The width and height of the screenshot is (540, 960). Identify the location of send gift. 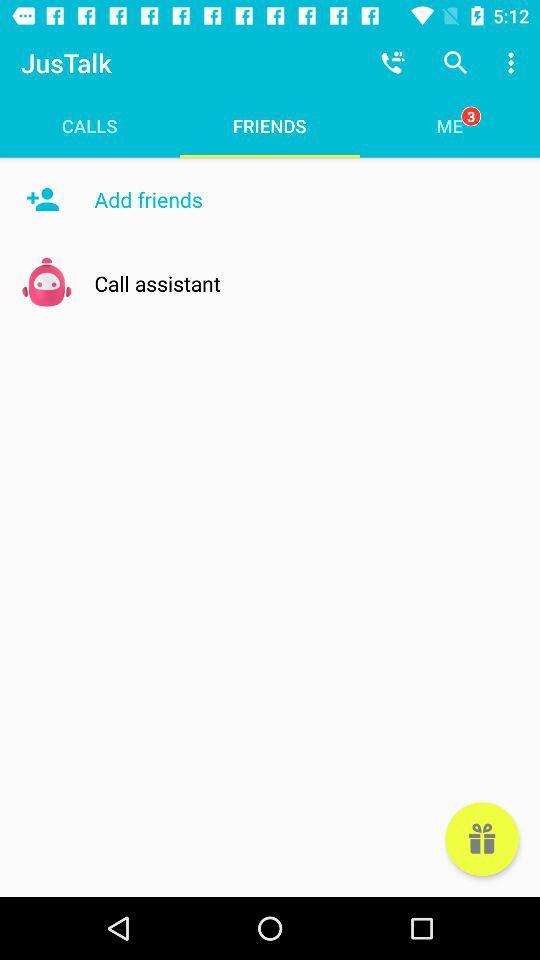
(481, 839).